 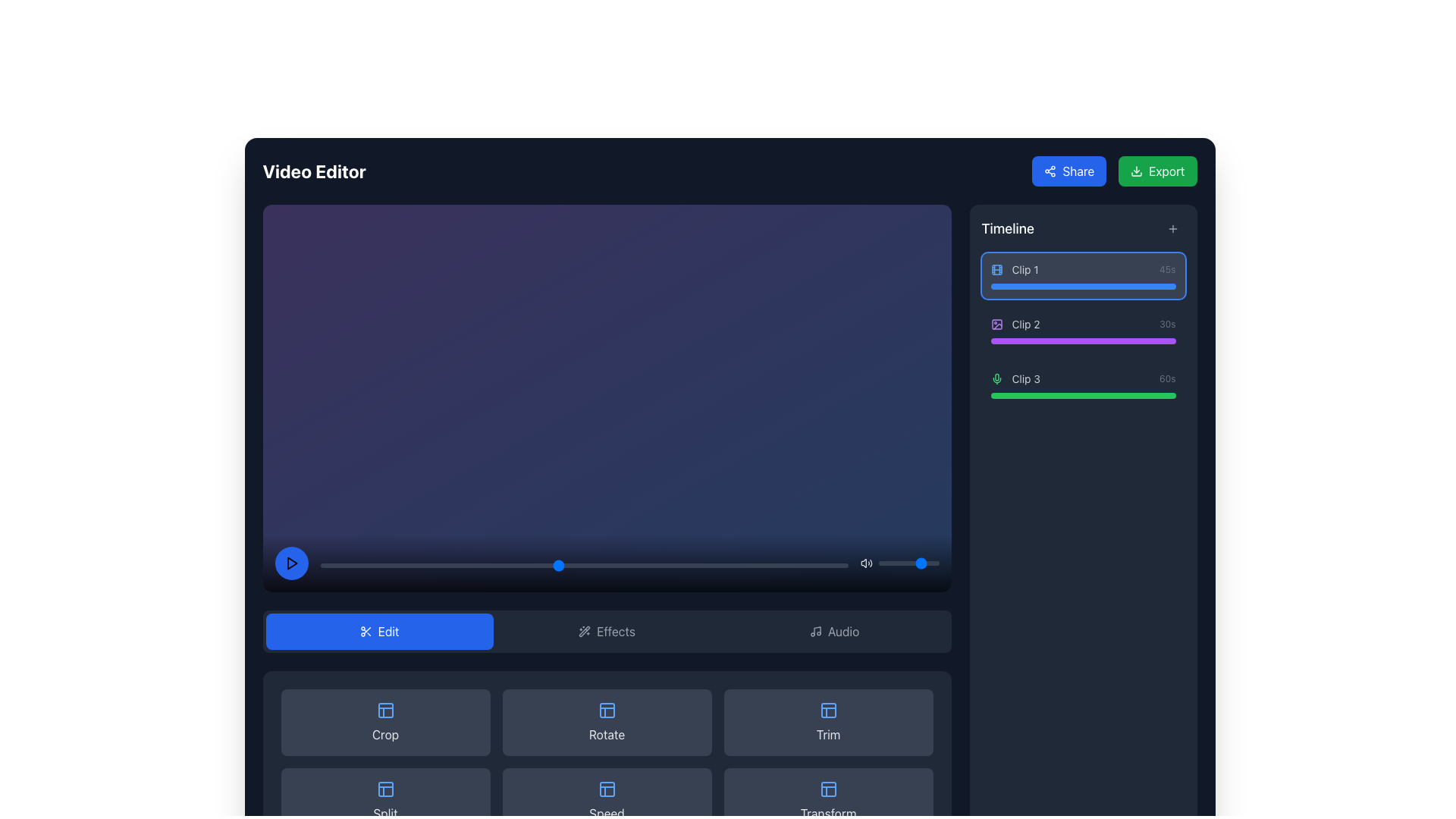 What do you see at coordinates (1068, 171) in the screenshot?
I see `the leftmost button at the top right of the interface` at bounding box center [1068, 171].